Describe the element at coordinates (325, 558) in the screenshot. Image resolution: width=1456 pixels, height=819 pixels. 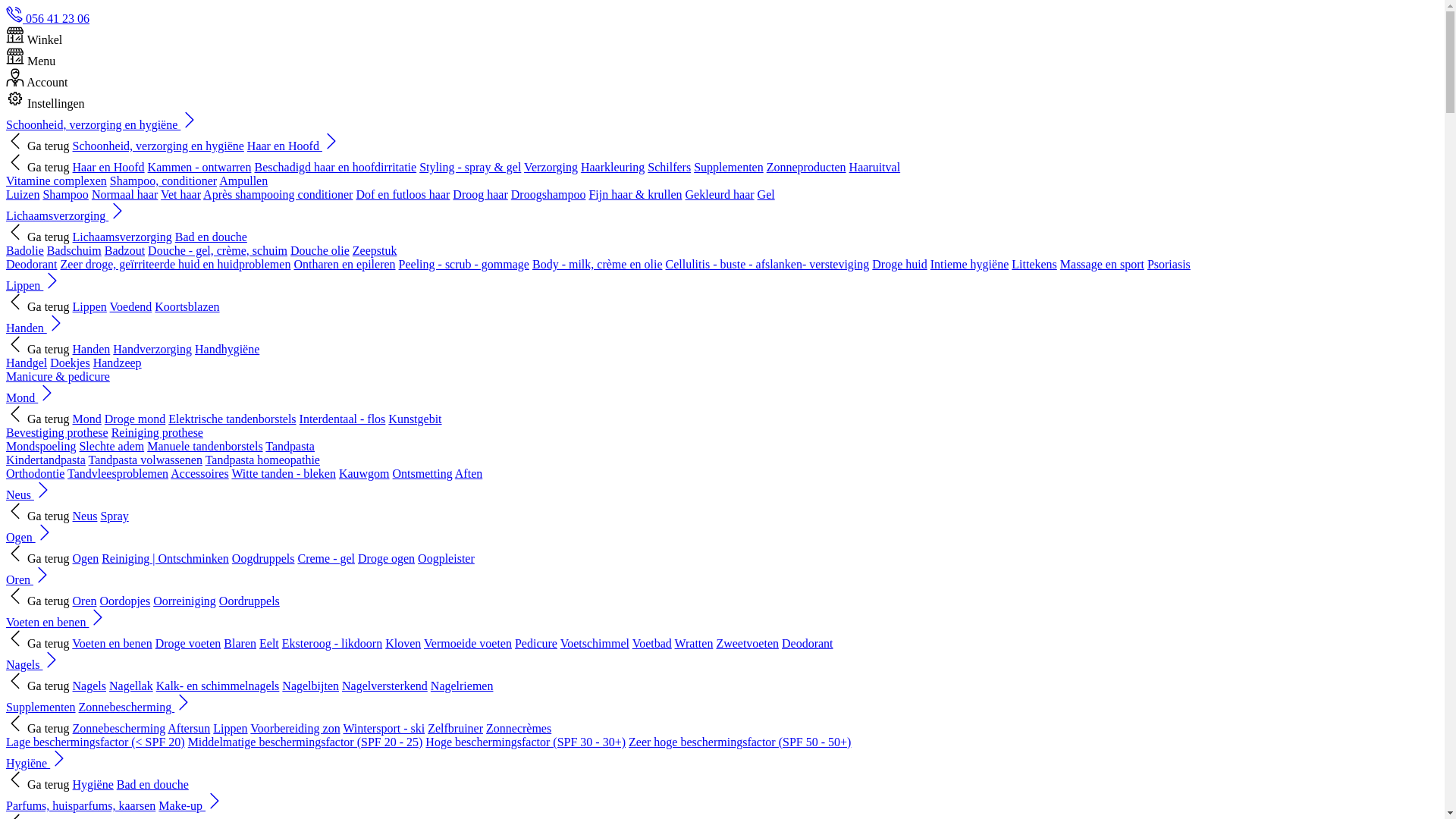
I see `'Creme - gel'` at that location.